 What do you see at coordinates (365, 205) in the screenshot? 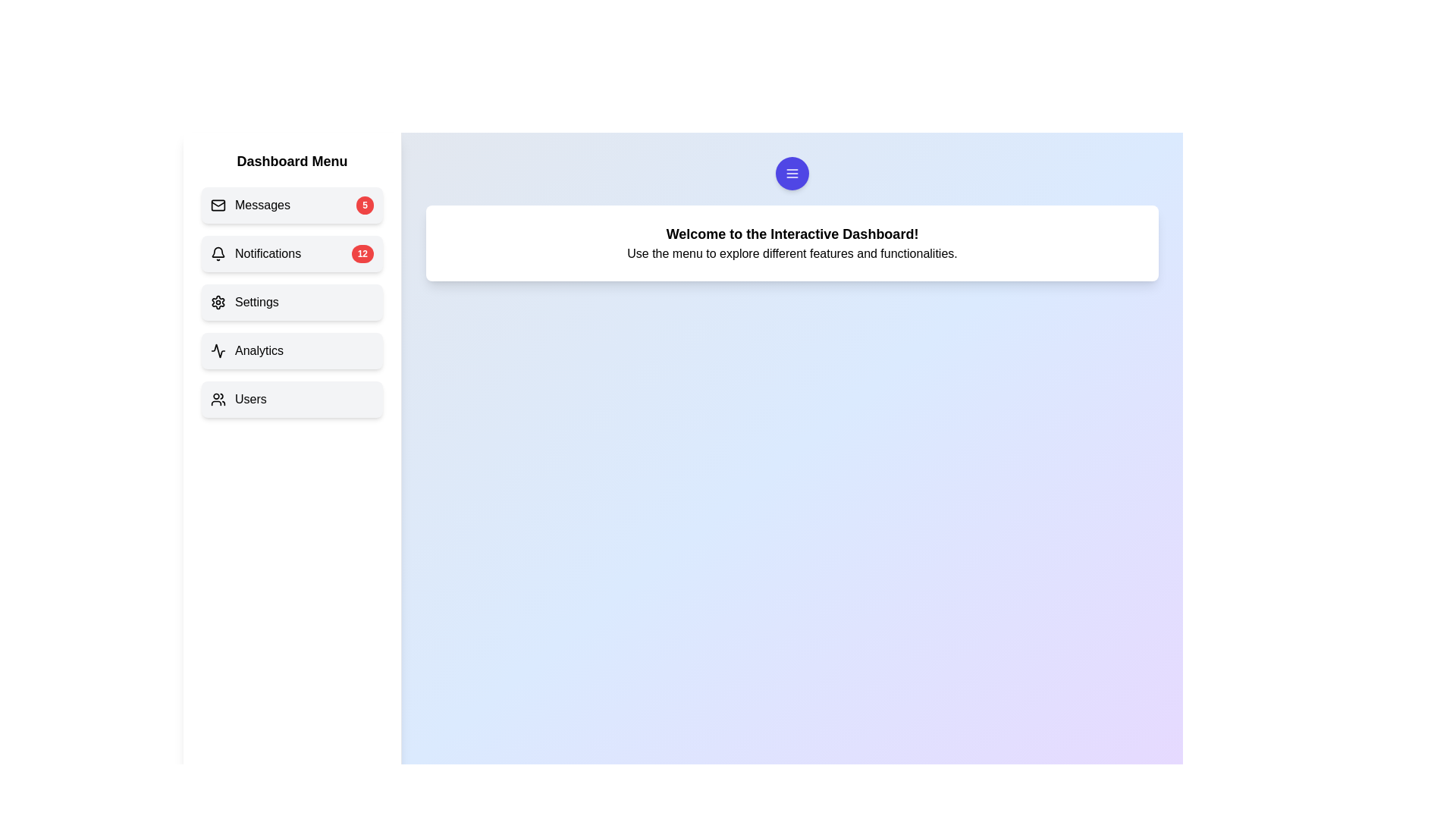
I see `the badge for Messages to acknowledge it` at bounding box center [365, 205].